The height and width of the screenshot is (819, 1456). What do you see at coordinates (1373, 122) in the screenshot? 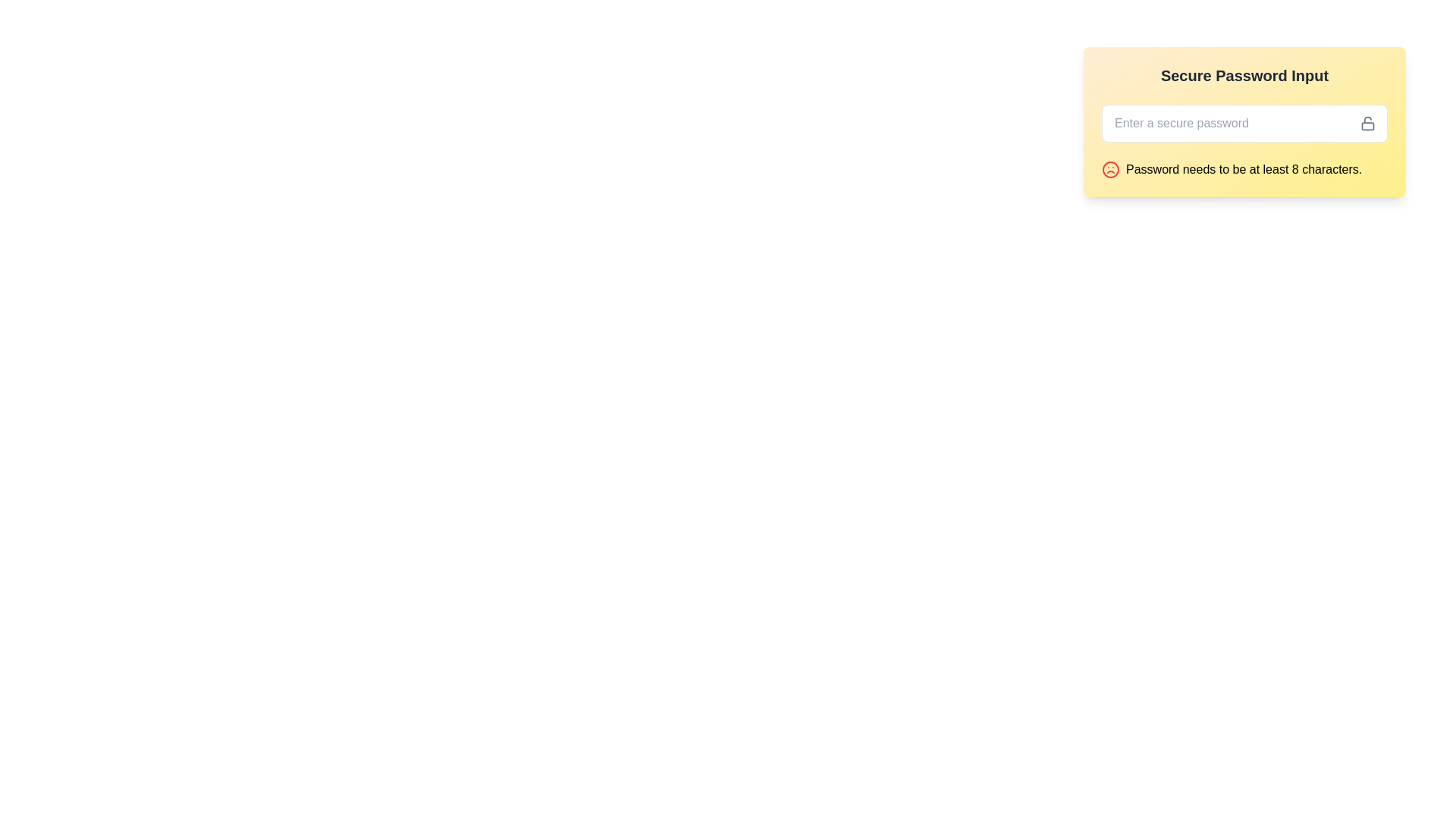
I see `the icon button located at the far right of the password input field` at bounding box center [1373, 122].